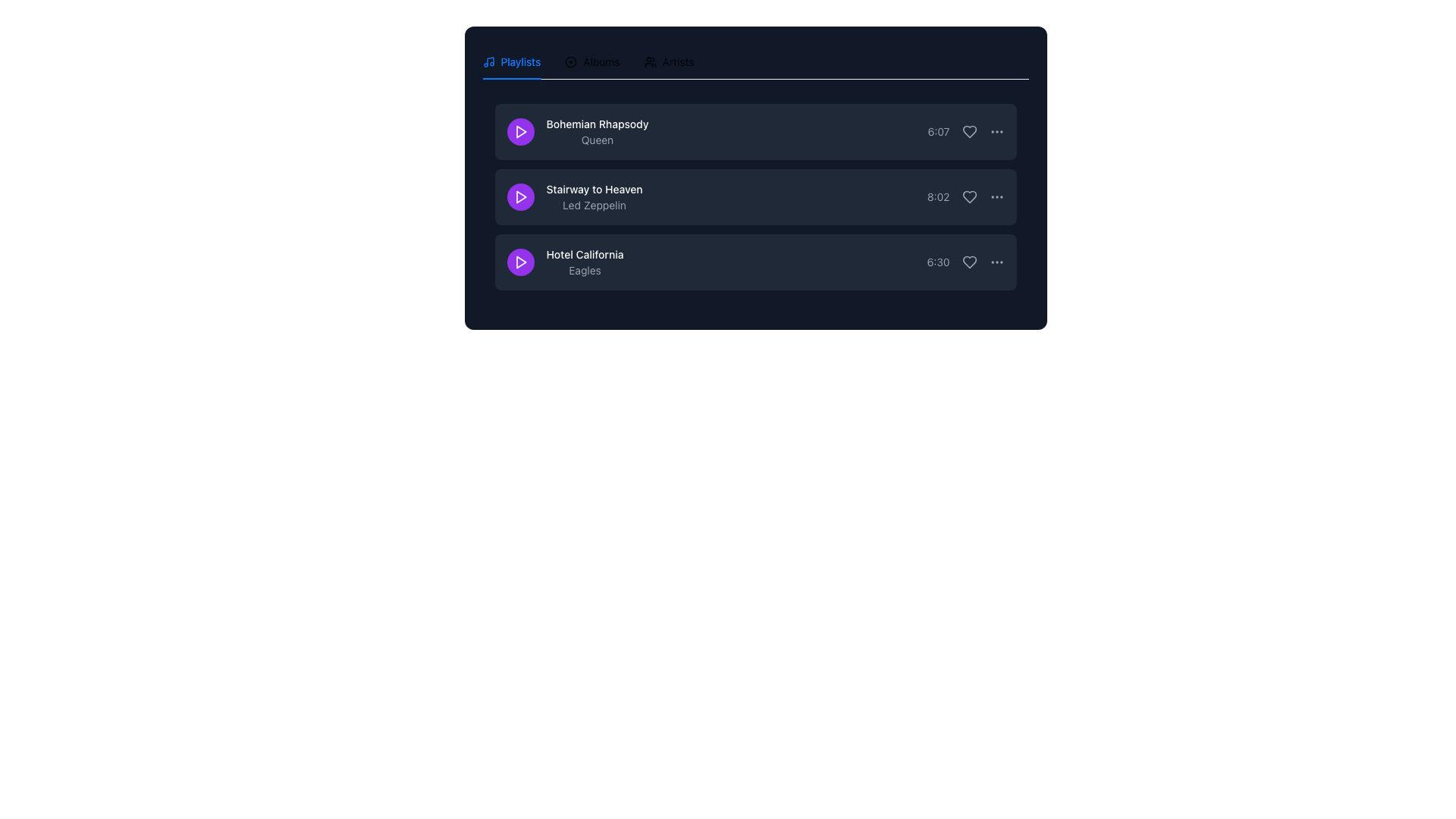 The width and height of the screenshot is (1456, 819). I want to click on the heart-shaped 'like' icon located to the right of the song duration '6:07' for the song 'Bohemian Rhapsody' by Queen, so click(968, 130).